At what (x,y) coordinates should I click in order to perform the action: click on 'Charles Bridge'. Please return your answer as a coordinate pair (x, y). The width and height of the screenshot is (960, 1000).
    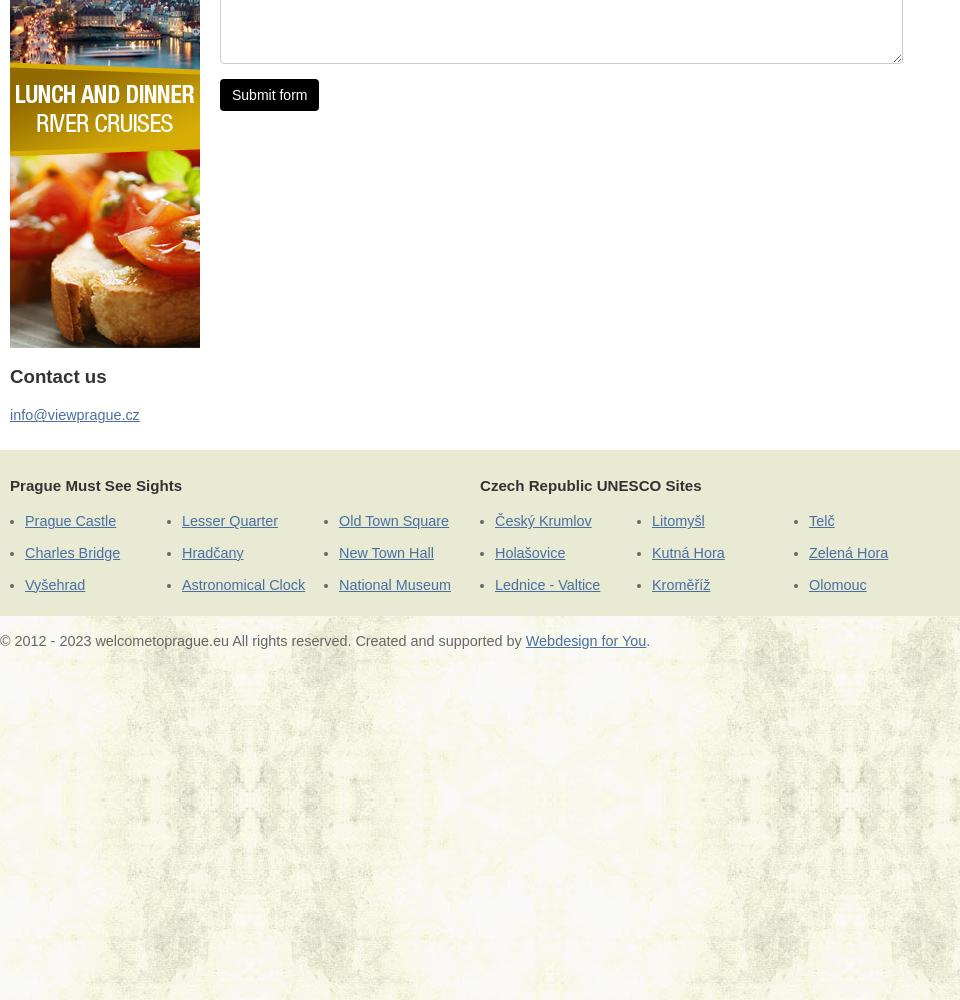
    Looking at the image, I should click on (72, 552).